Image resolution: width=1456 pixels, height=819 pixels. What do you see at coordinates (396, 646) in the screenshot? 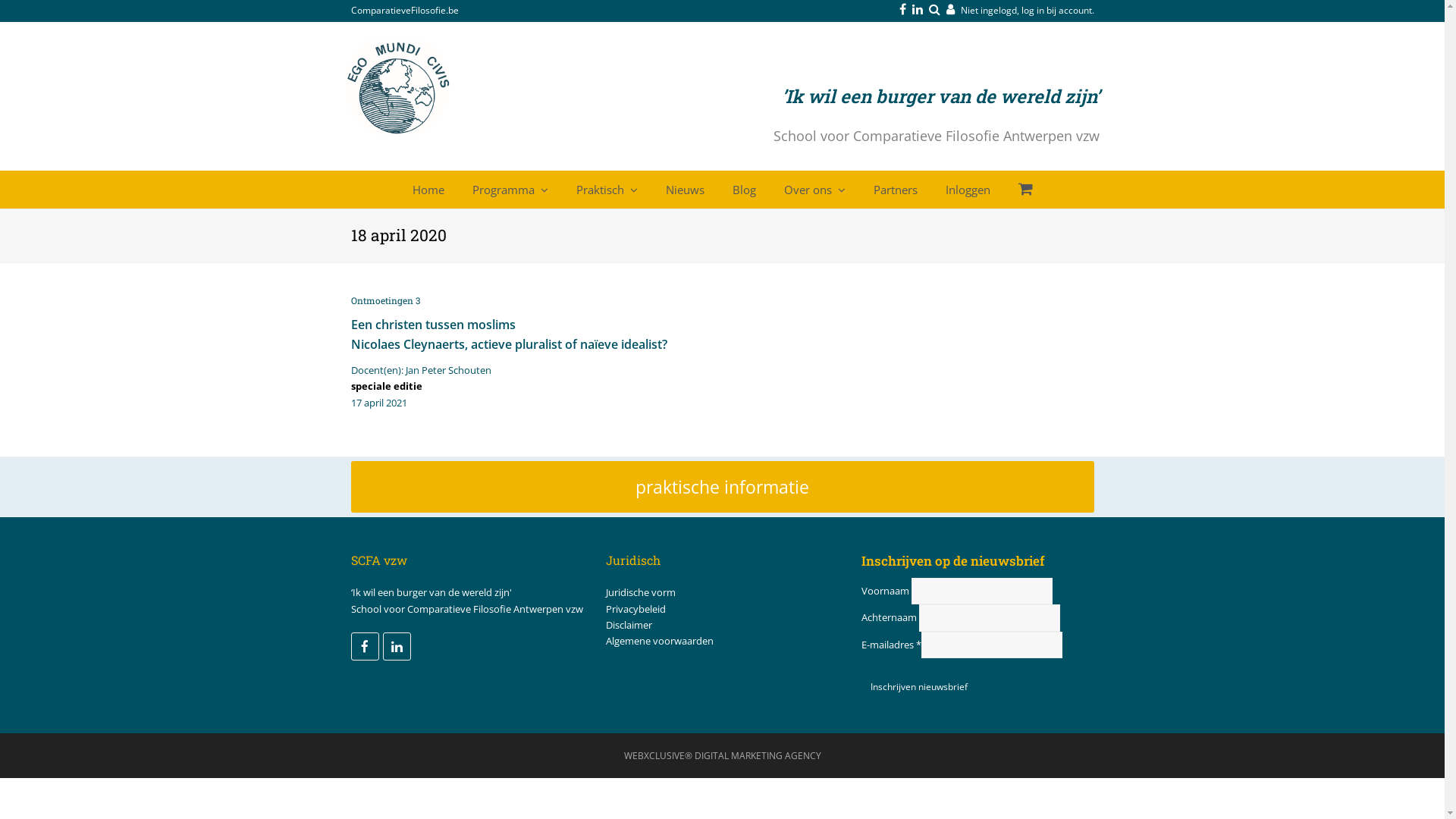
I see `'LinkedIn'` at bounding box center [396, 646].